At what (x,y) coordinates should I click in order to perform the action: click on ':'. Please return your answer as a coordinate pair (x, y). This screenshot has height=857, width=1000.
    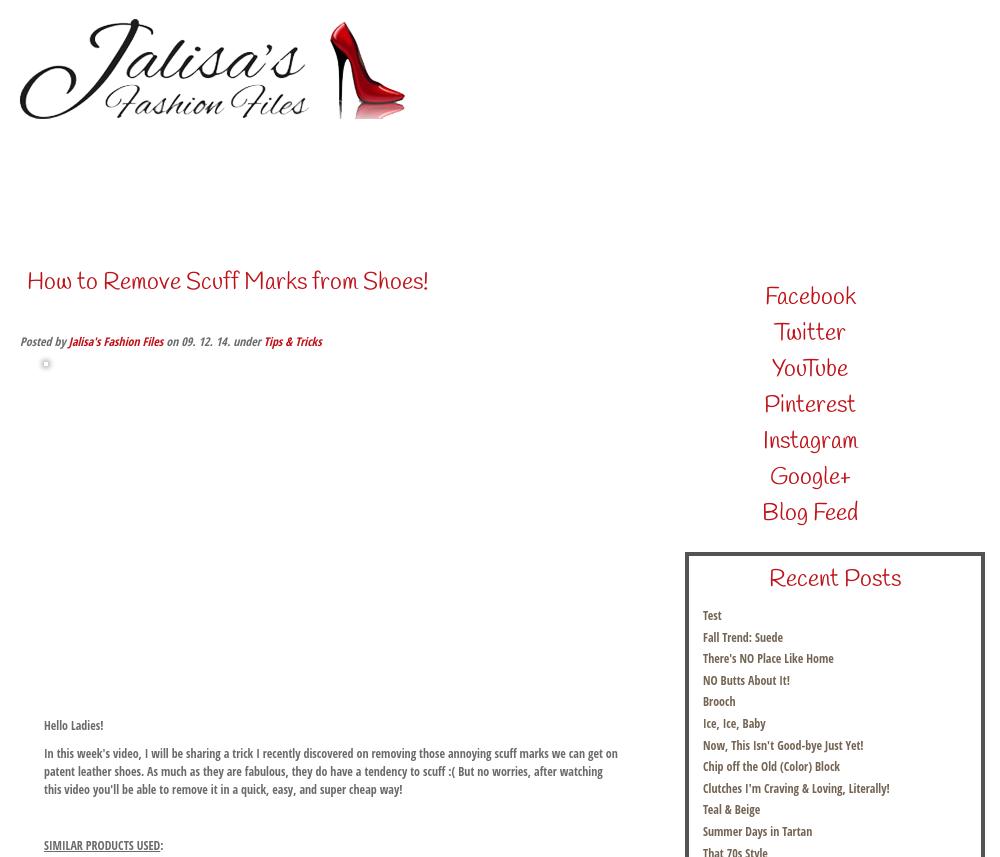
    Looking at the image, I should click on (160, 844).